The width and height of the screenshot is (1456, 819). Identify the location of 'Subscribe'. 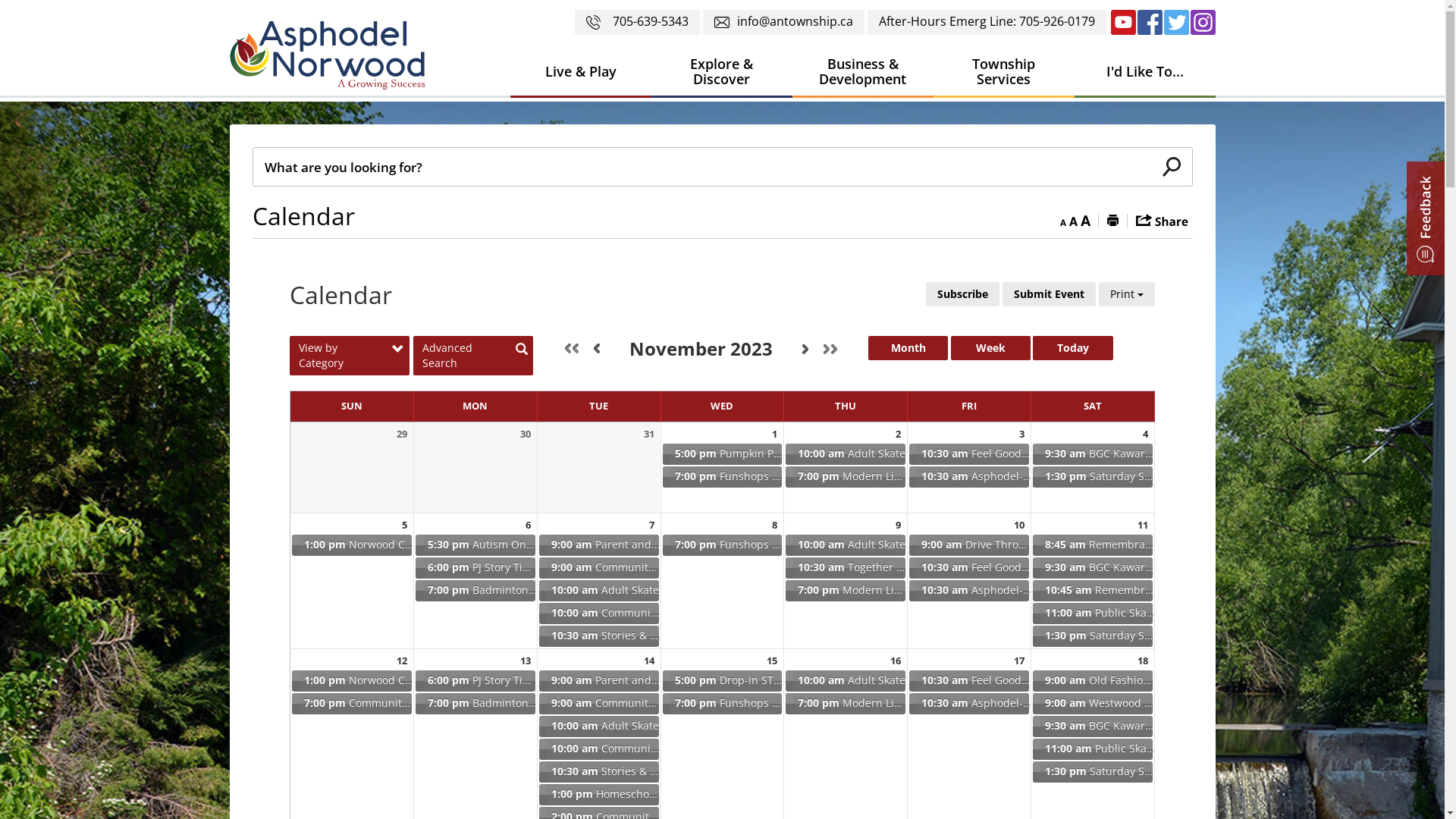
(924, 294).